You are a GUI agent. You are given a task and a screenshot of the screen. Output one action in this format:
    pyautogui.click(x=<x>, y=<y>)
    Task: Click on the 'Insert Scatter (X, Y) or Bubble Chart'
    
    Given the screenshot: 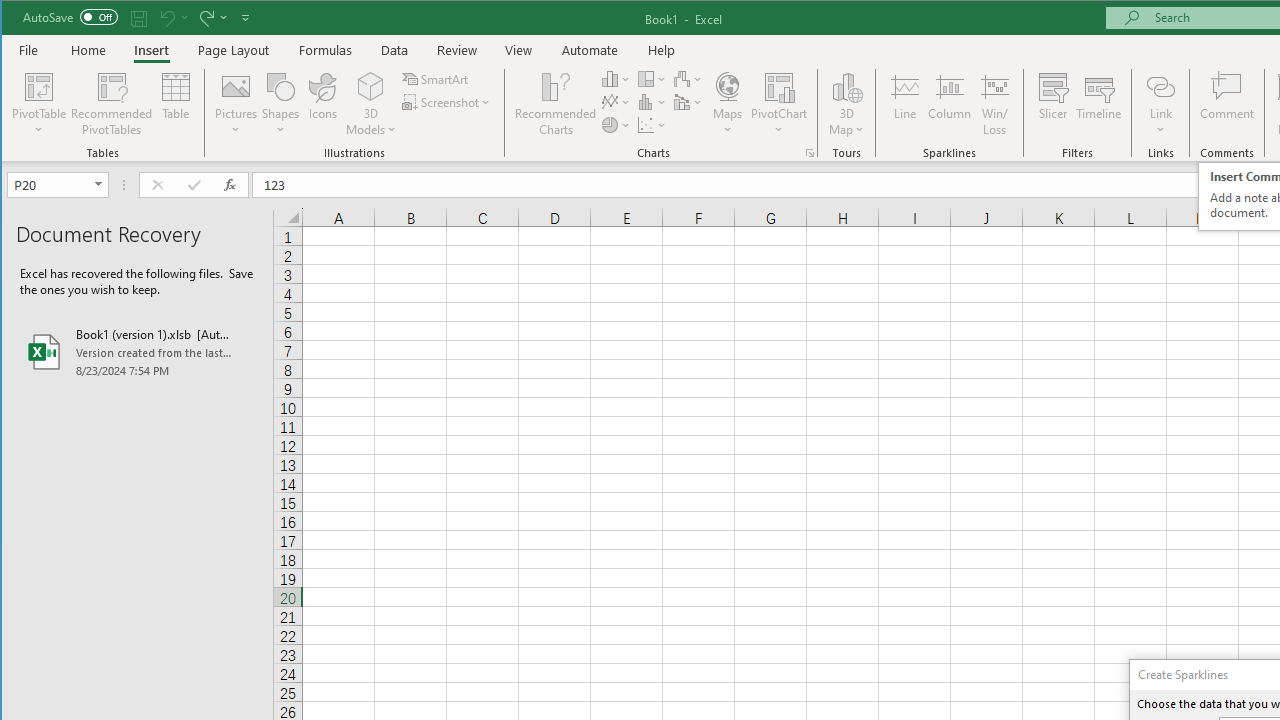 What is the action you would take?
    pyautogui.click(x=652, y=125)
    